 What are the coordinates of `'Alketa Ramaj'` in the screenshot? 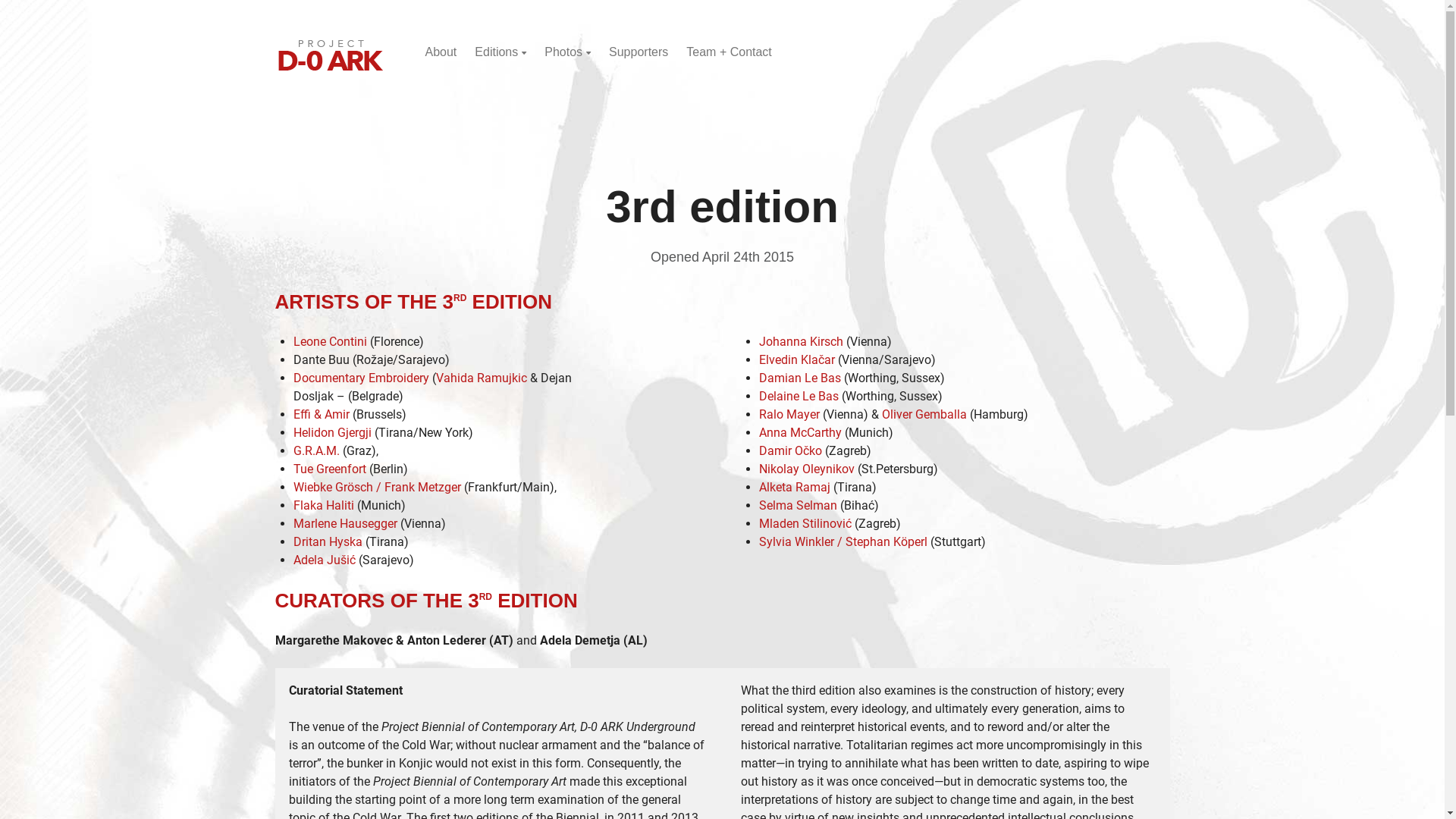 It's located at (758, 487).